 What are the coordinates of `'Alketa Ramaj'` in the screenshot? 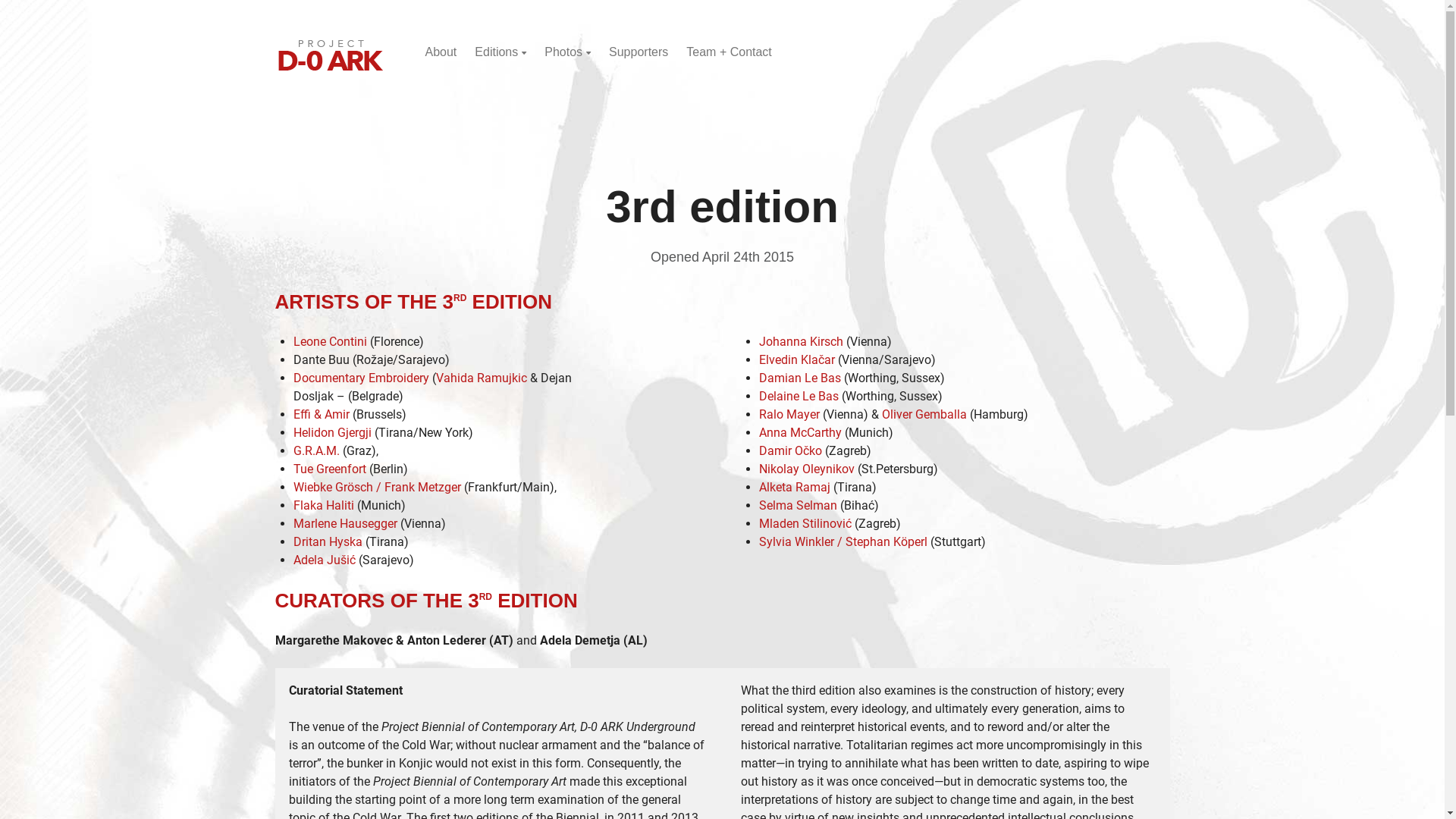 It's located at (758, 487).